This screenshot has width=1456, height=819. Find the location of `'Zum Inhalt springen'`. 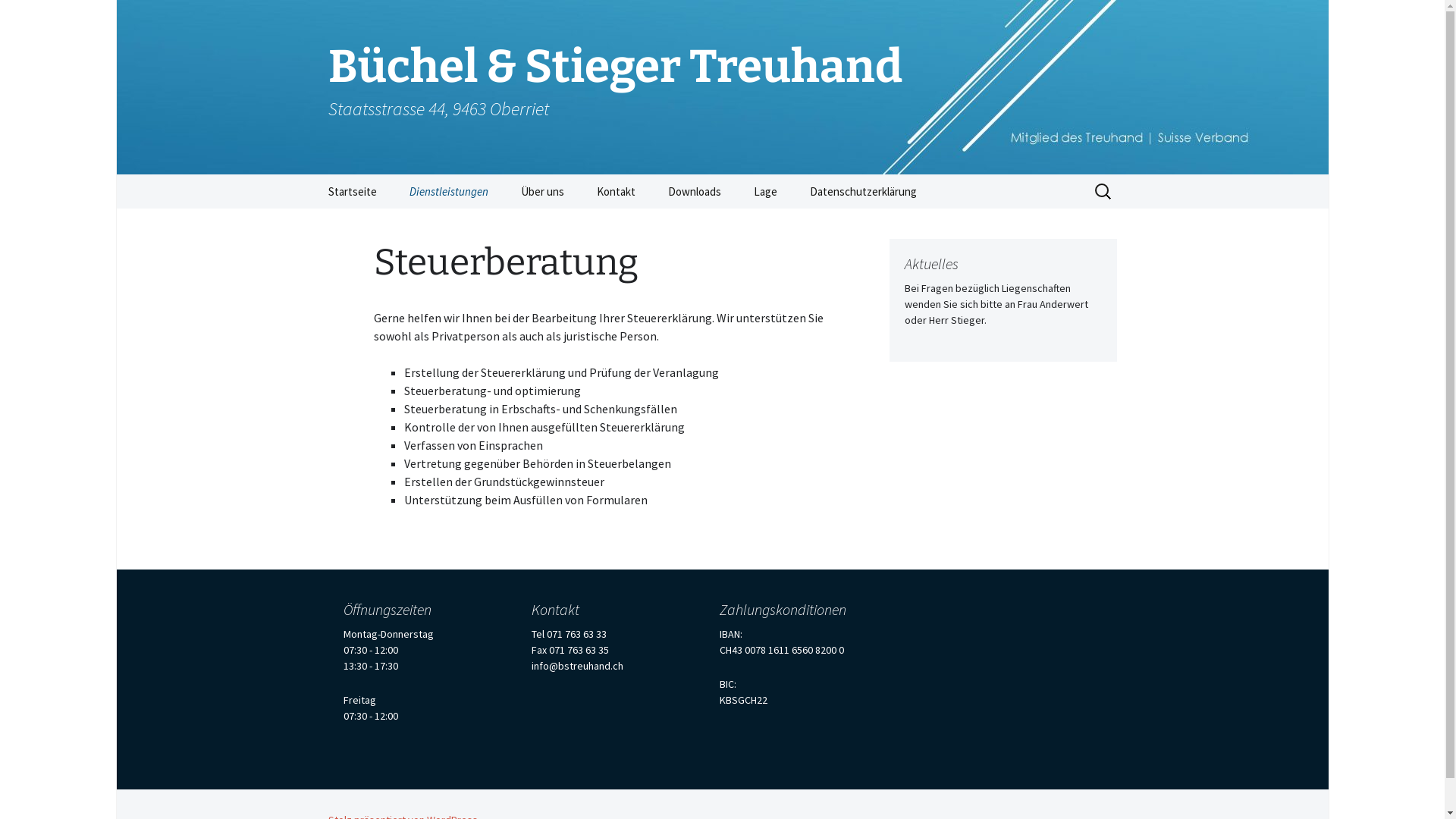

'Zum Inhalt springen' is located at coordinates (312, 173).